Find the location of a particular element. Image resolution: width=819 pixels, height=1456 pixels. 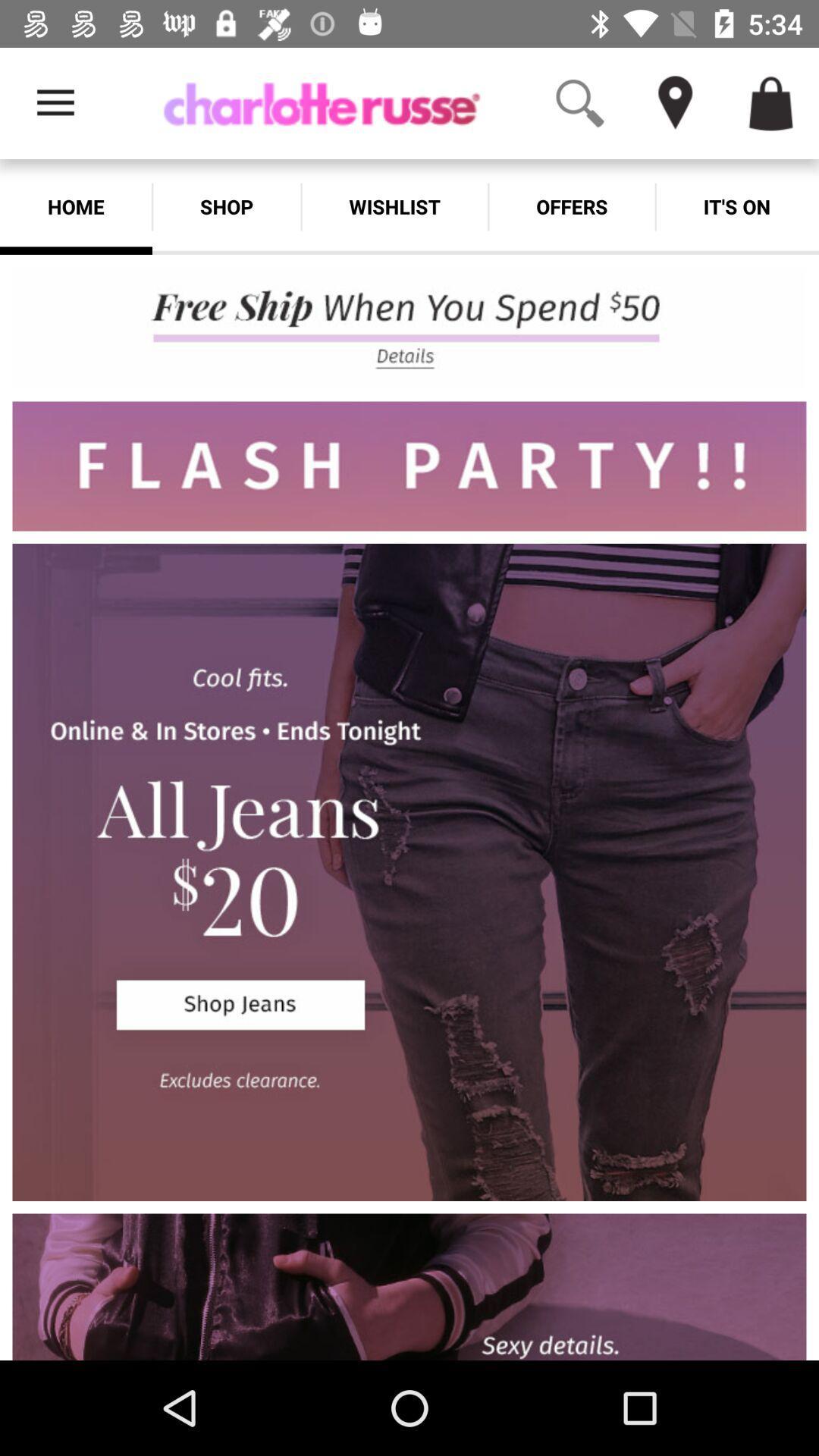

the home item is located at coordinates (76, 206).